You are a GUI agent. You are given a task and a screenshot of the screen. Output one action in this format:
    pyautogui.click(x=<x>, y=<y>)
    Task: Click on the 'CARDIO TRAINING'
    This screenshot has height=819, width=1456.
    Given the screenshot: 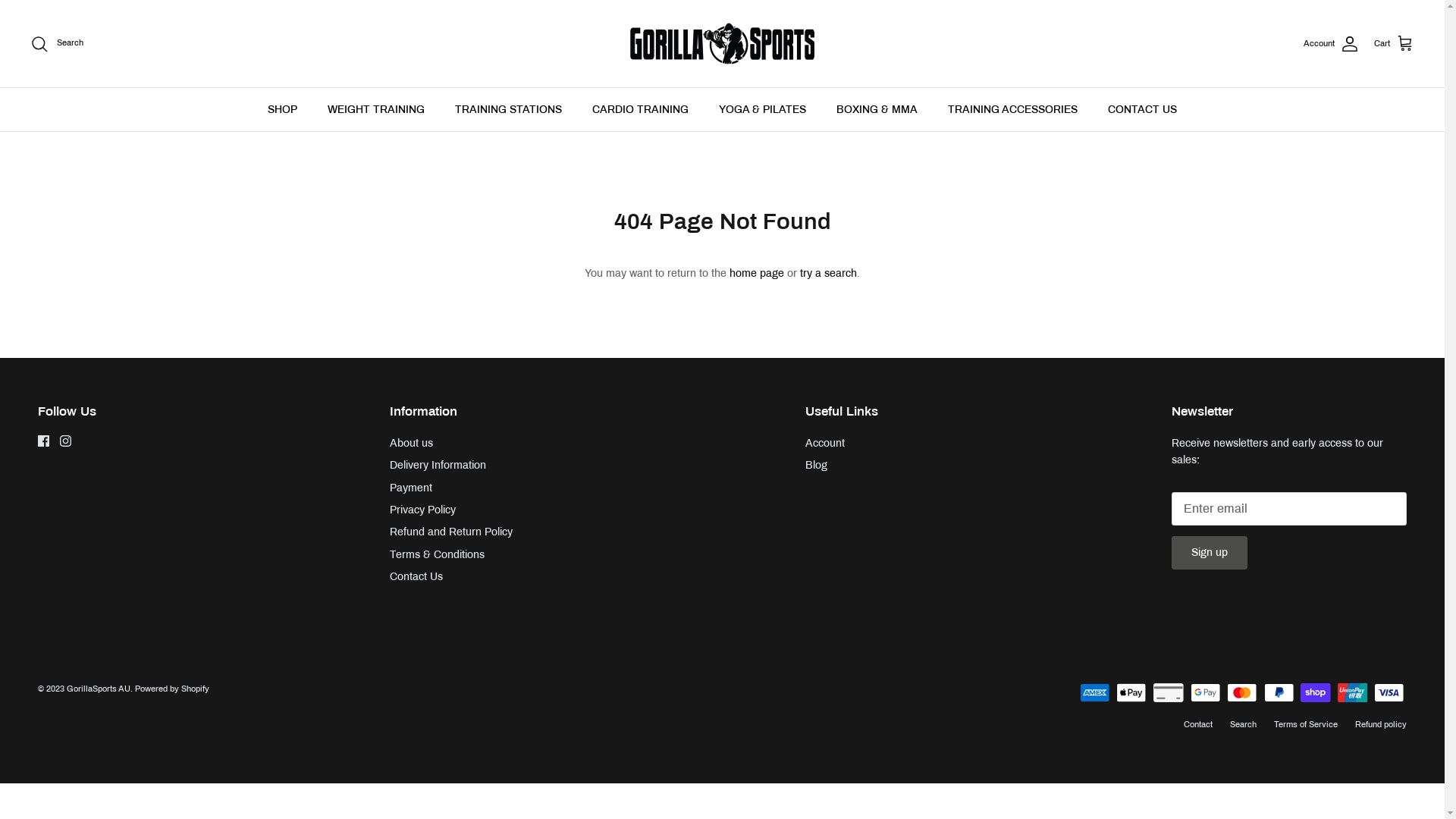 What is the action you would take?
    pyautogui.click(x=640, y=108)
    